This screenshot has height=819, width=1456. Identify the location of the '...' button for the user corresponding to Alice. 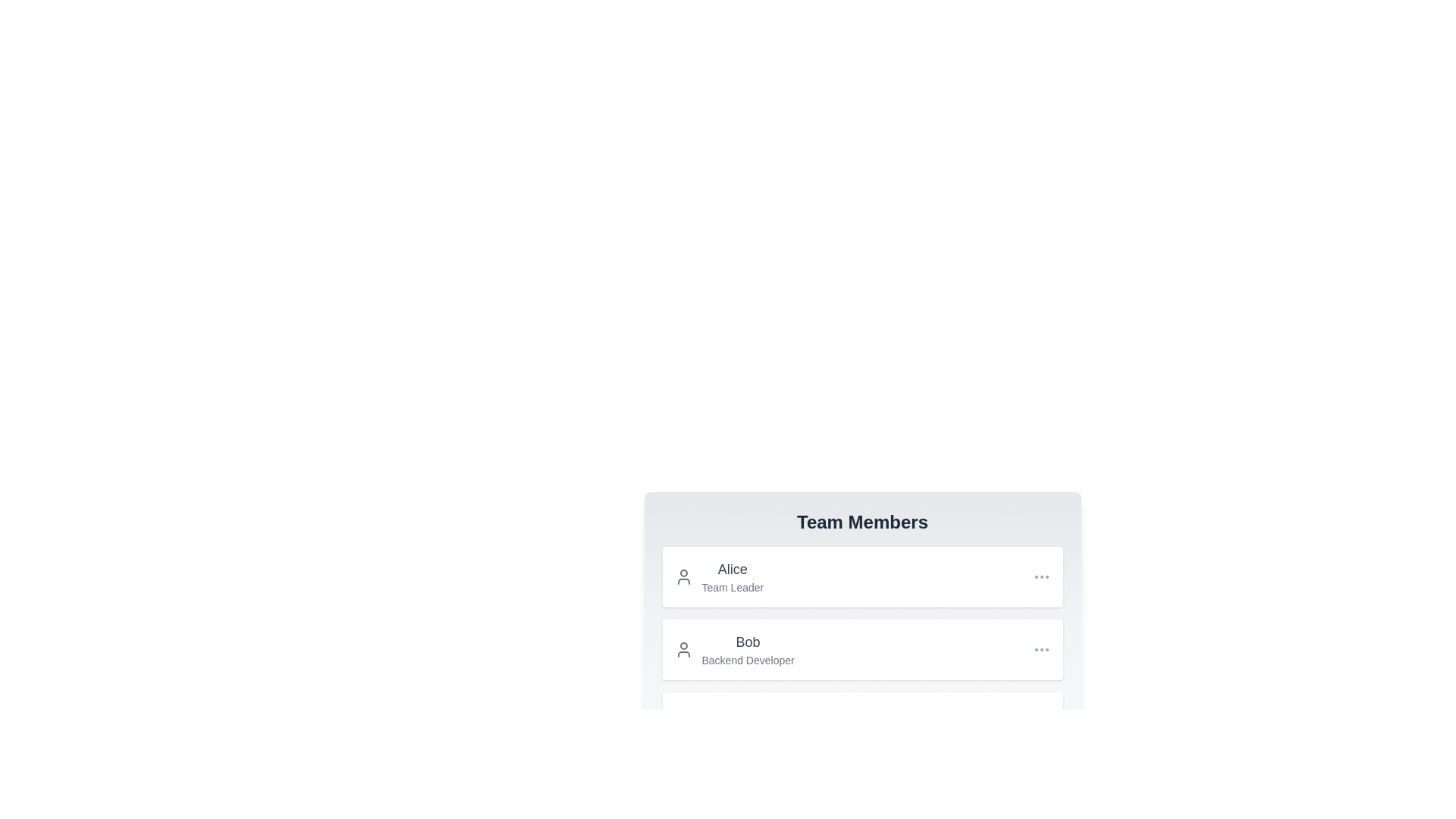
(1040, 576).